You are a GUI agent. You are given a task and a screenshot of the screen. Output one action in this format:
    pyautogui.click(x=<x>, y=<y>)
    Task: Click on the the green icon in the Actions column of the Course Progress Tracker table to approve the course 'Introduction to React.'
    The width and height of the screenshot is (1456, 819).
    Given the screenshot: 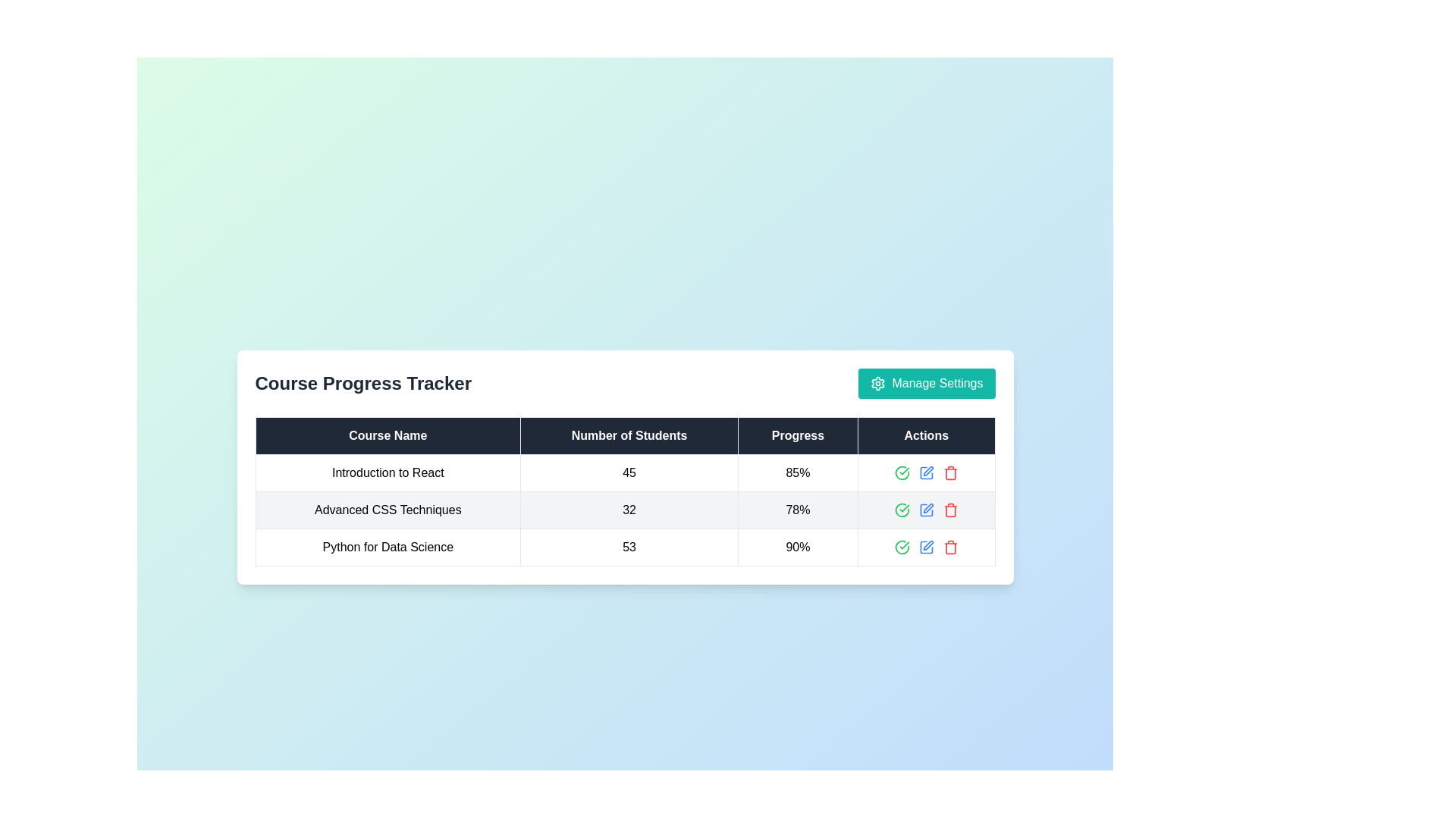 What is the action you would take?
    pyautogui.click(x=925, y=472)
    